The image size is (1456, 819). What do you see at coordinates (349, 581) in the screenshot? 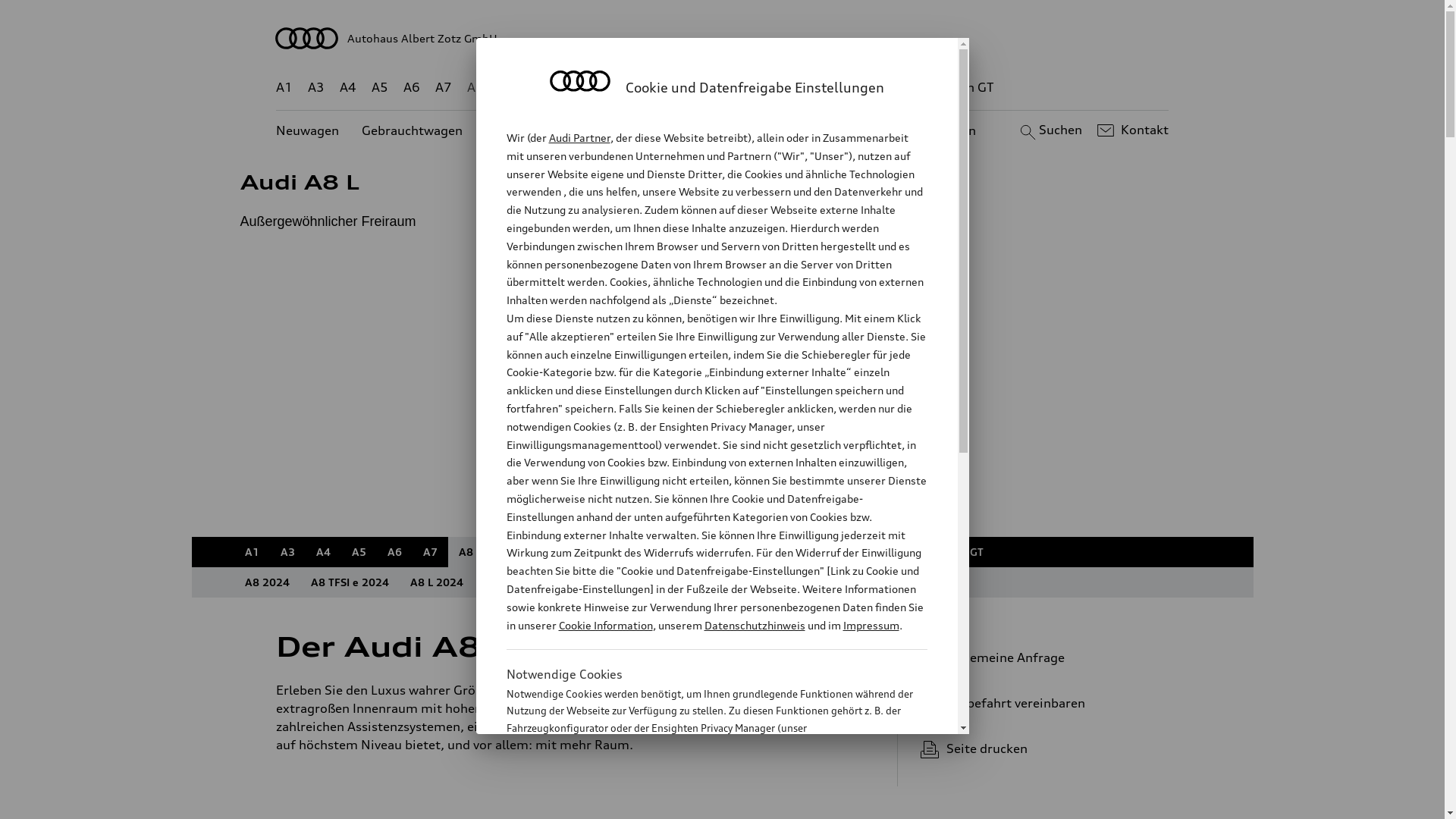
I see `'A8 TFSI e 2024'` at bounding box center [349, 581].